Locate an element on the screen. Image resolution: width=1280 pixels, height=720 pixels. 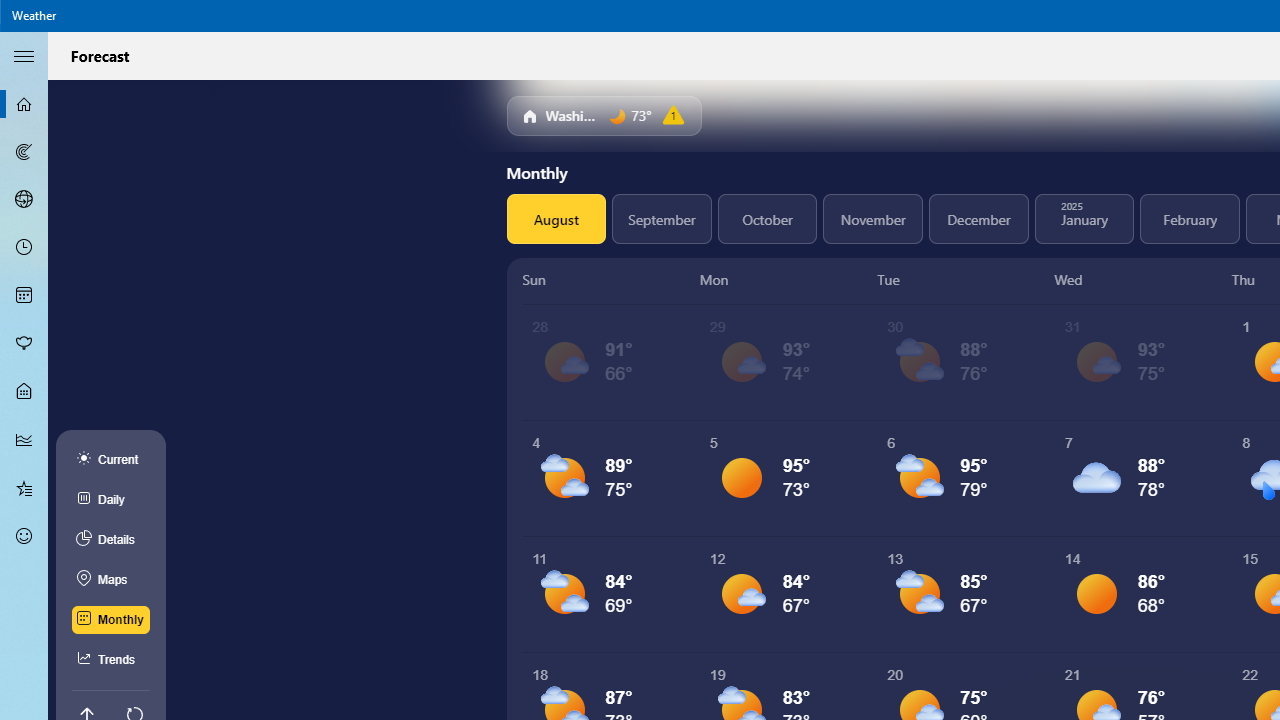
'Historical Weather - Not Selected' is located at coordinates (24, 438).